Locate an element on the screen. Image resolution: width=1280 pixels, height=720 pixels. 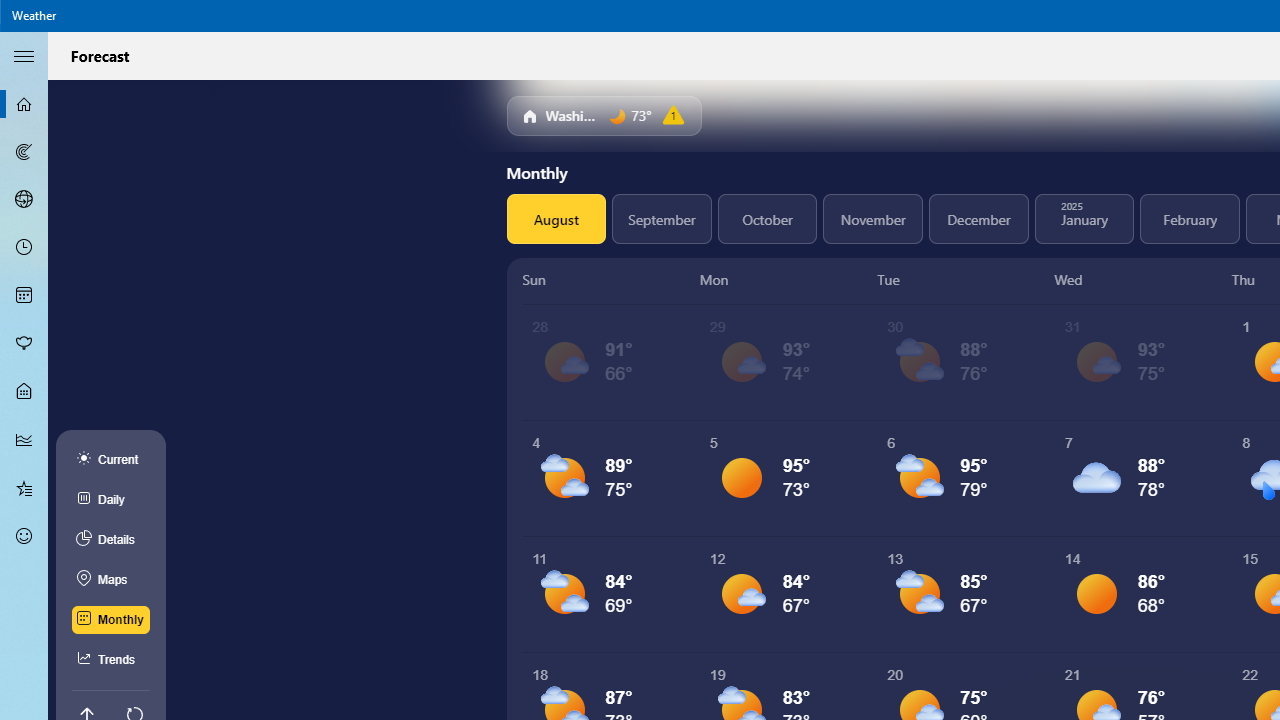
'Historical Weather - Not Selected' is located at coordinates (24, 438).